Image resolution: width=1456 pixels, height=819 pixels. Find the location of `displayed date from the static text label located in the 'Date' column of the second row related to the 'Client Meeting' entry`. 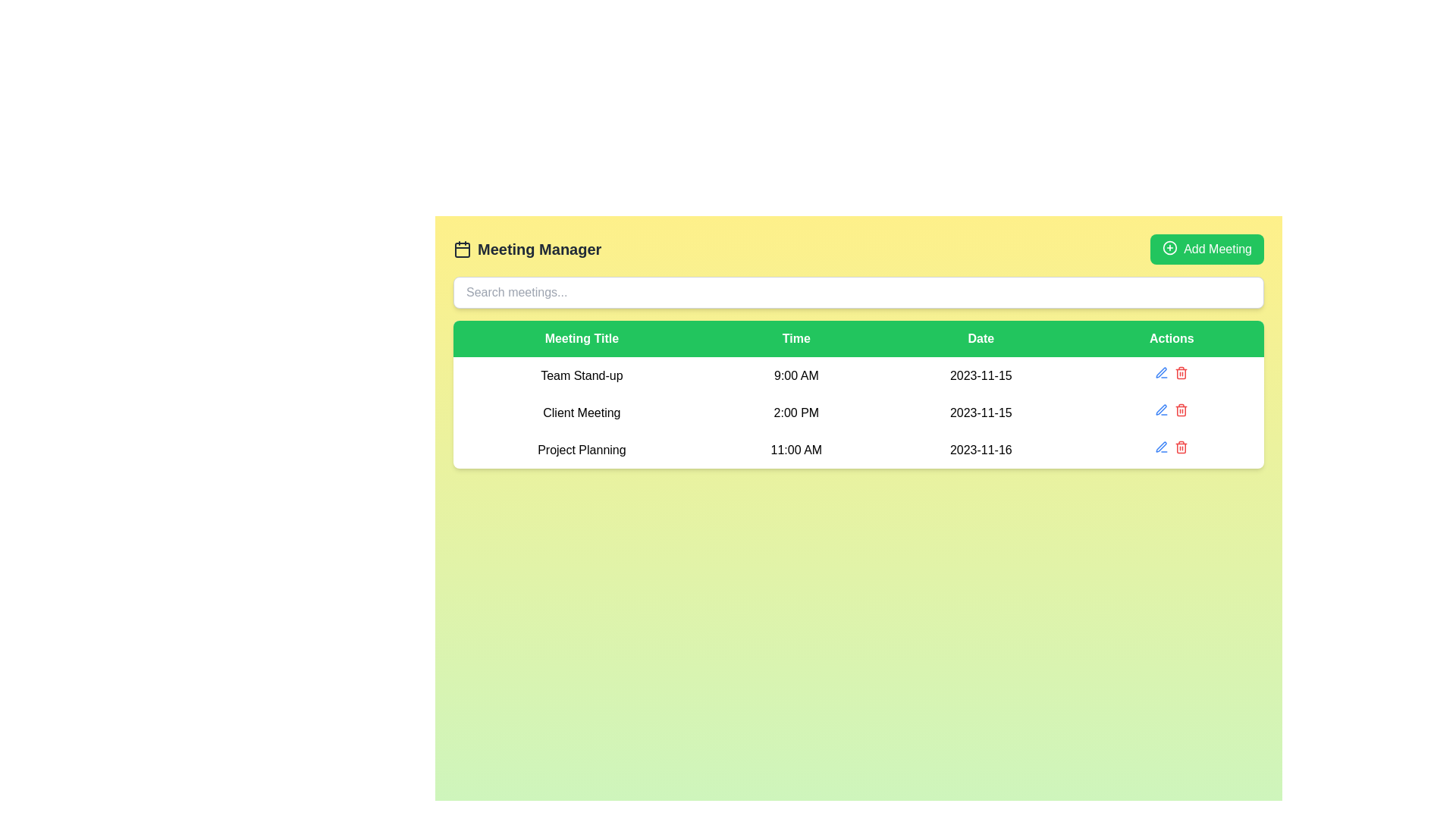

displayed date from the static text label located in the 'Date' column of the second row related to the 'Client Meeting' entry is located at coordinates (981, 413).